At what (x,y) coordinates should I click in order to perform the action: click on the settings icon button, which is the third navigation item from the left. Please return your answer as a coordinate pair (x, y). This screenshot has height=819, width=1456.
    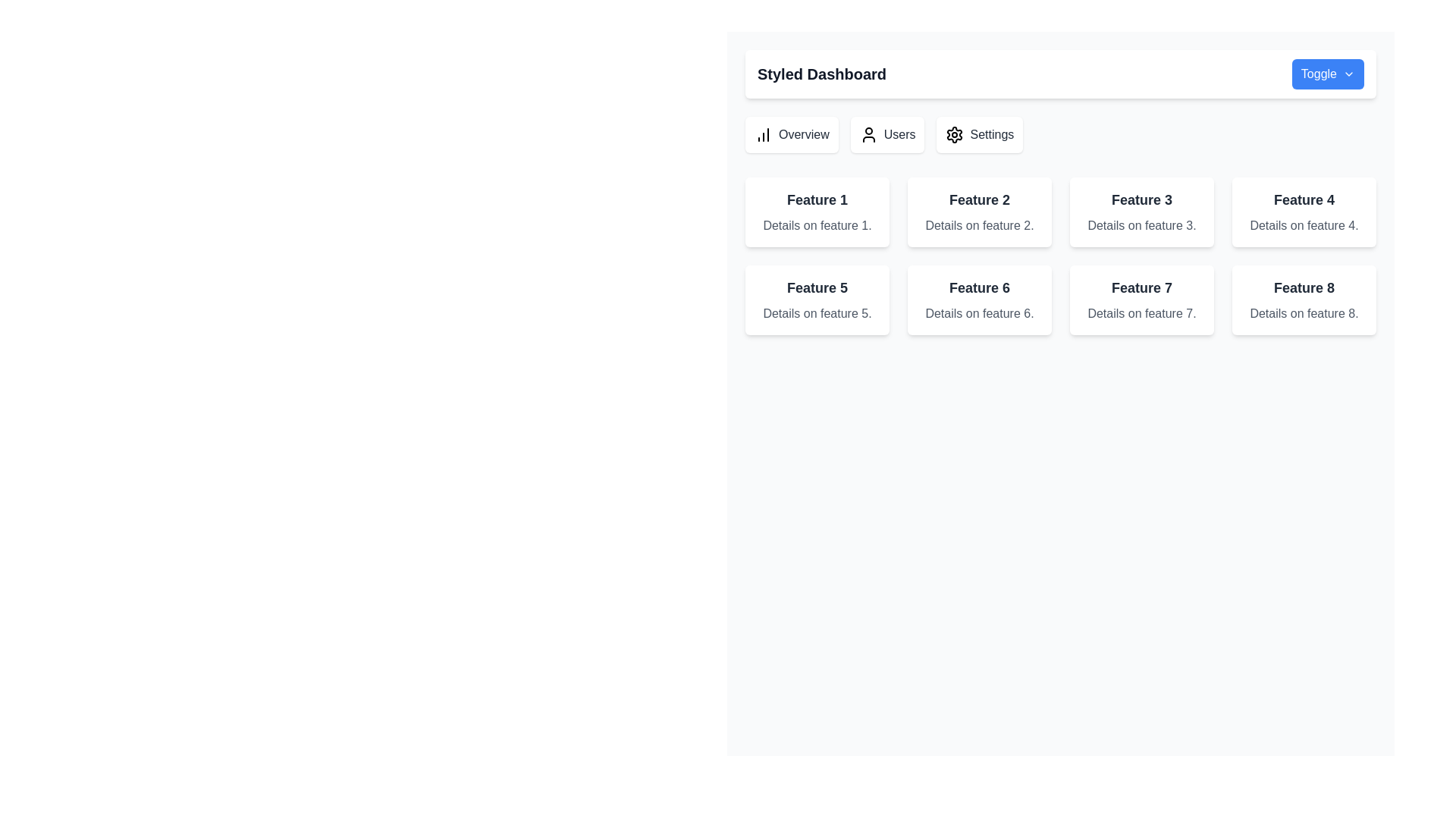
    Looking at the image, I should click on (954, 133).